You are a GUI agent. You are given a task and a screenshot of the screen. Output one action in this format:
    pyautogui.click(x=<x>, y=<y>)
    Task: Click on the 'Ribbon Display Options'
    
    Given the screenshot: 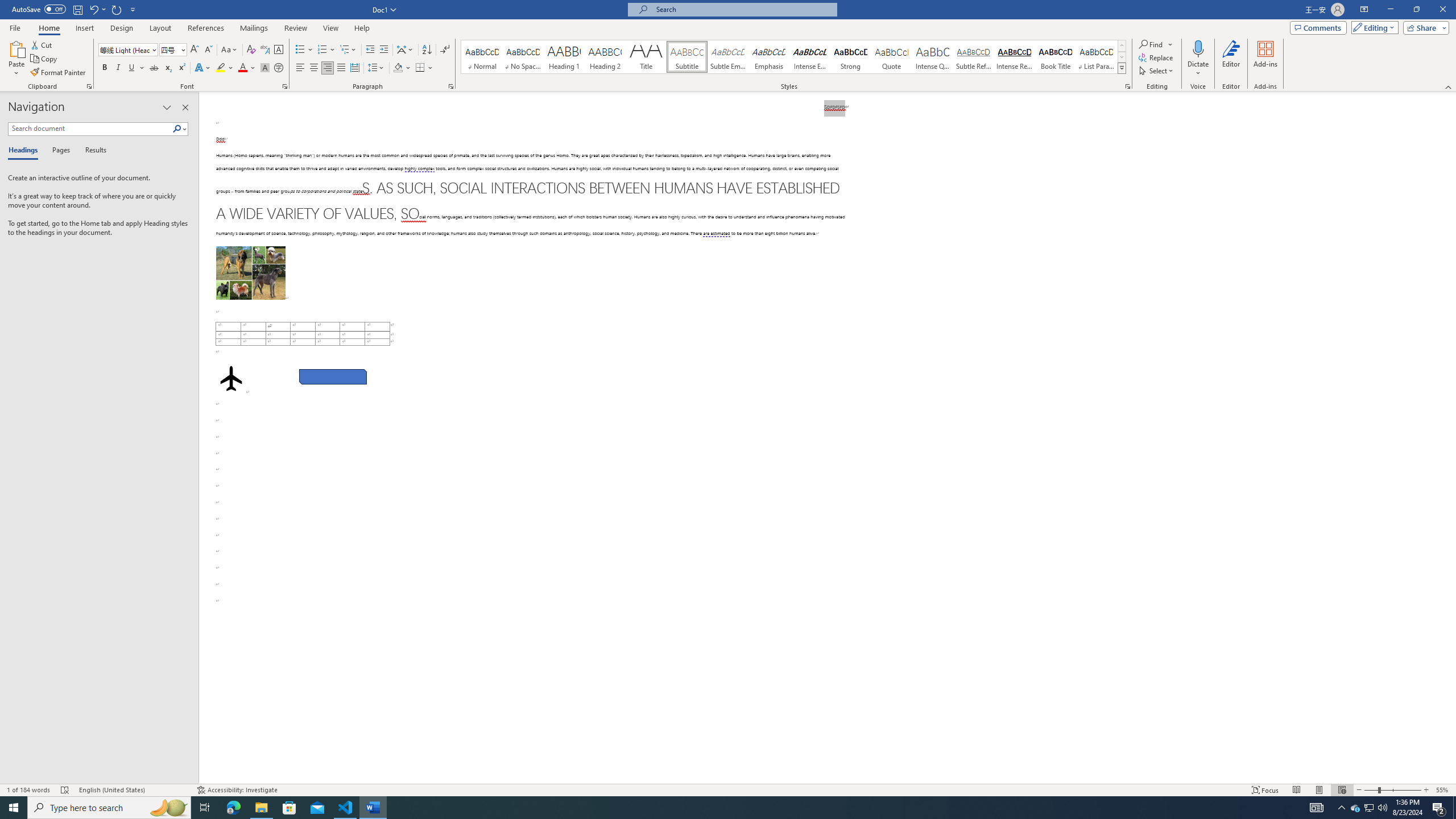 What is the action you would take?
    pyautogui.click(x=1363, y=9)
    